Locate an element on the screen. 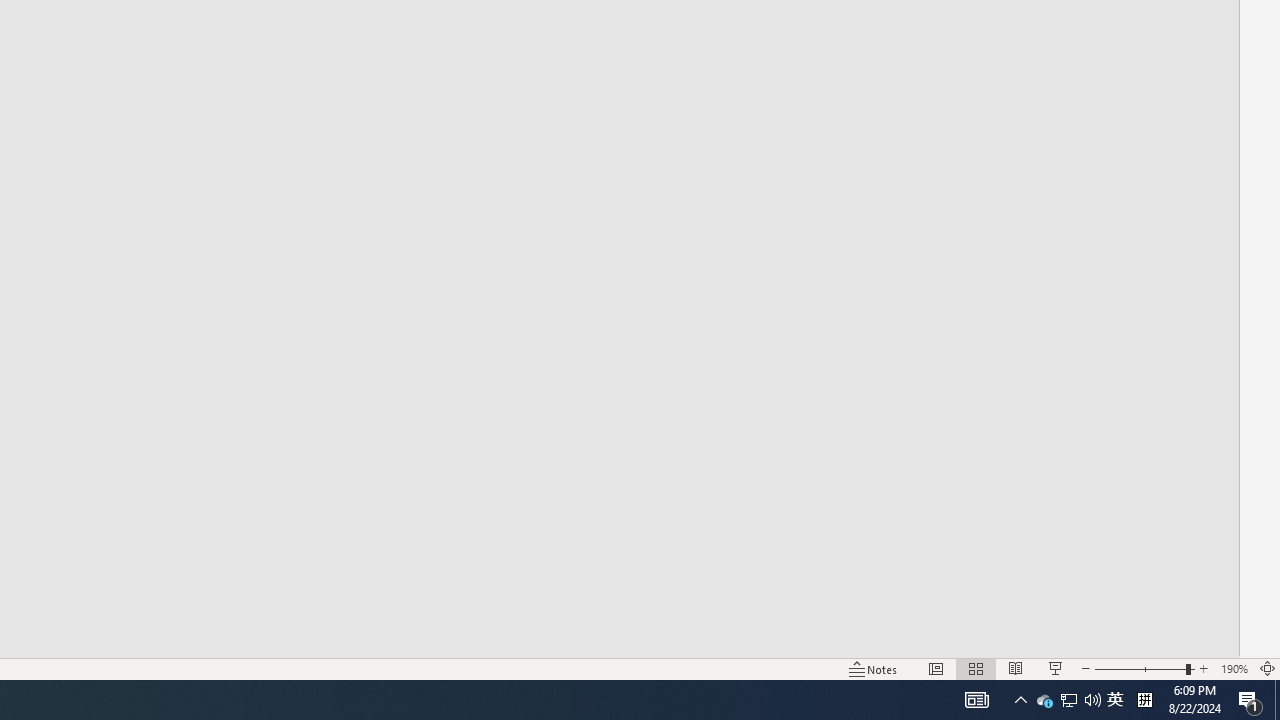 This screenshot has width=1280, height=720. 'Zoom 190%' is located at coordinates (1233, 669).